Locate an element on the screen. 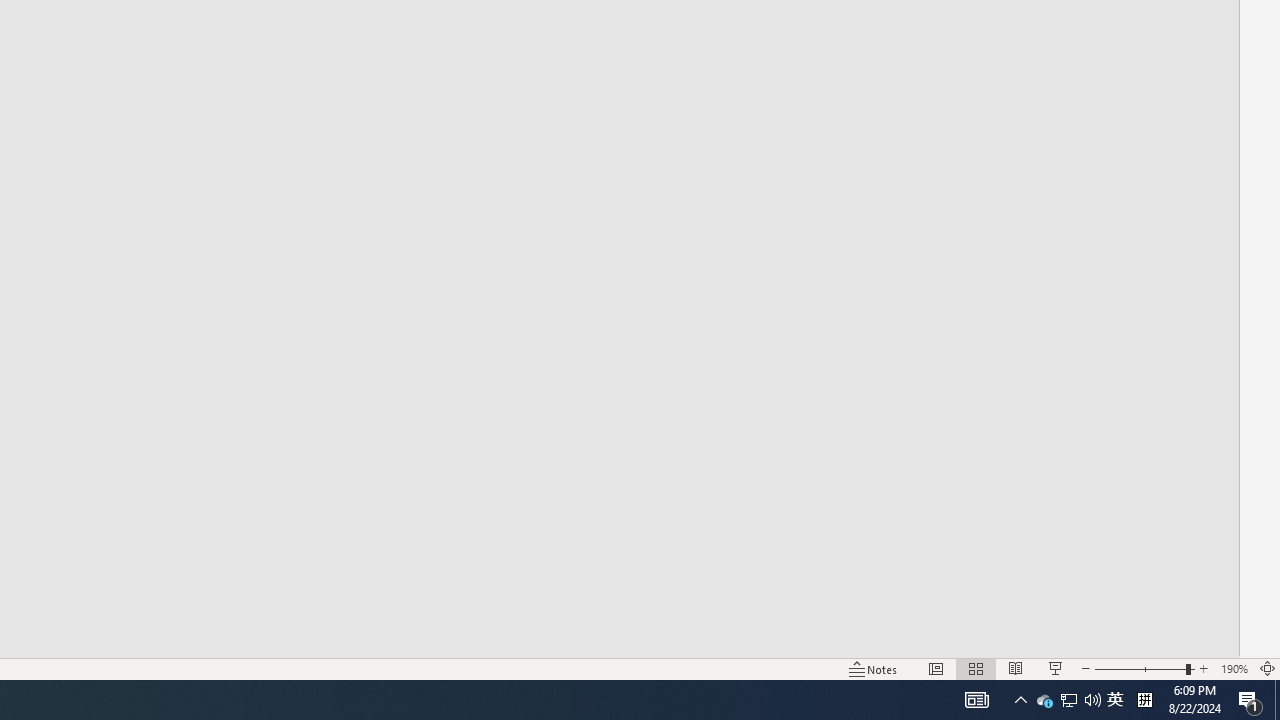 This screenshot has width=1280, height=720. 'Zoom 190%' is located at coordinates (1233, 669).